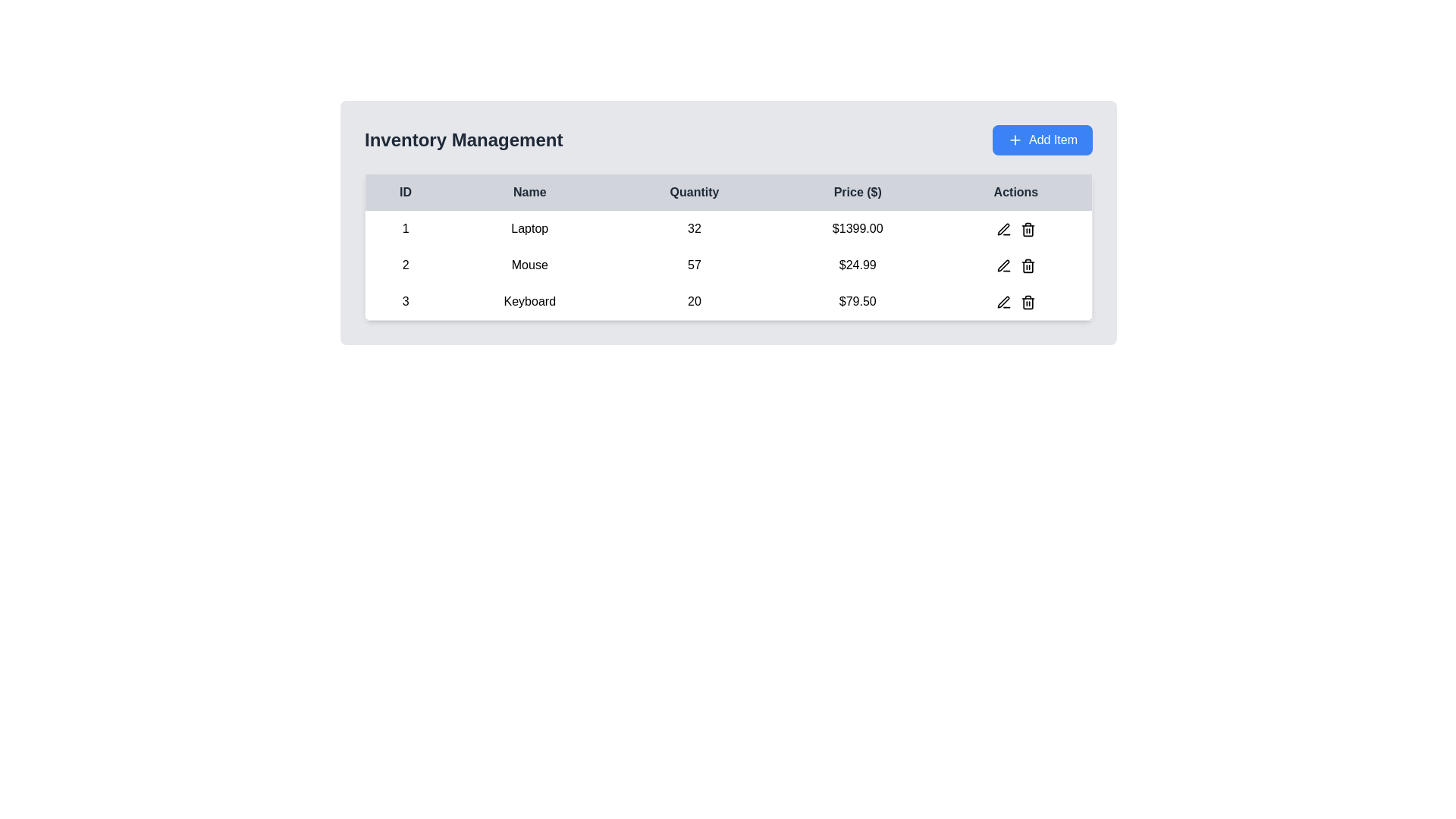  What do you see at coordinates (529, 228) in the screenshot?
I see `the Text label displaying 'Laptop' in plain black font, located in the 'Name' column of the third row in the Inventory Management table` at bounding box center [529, 228].